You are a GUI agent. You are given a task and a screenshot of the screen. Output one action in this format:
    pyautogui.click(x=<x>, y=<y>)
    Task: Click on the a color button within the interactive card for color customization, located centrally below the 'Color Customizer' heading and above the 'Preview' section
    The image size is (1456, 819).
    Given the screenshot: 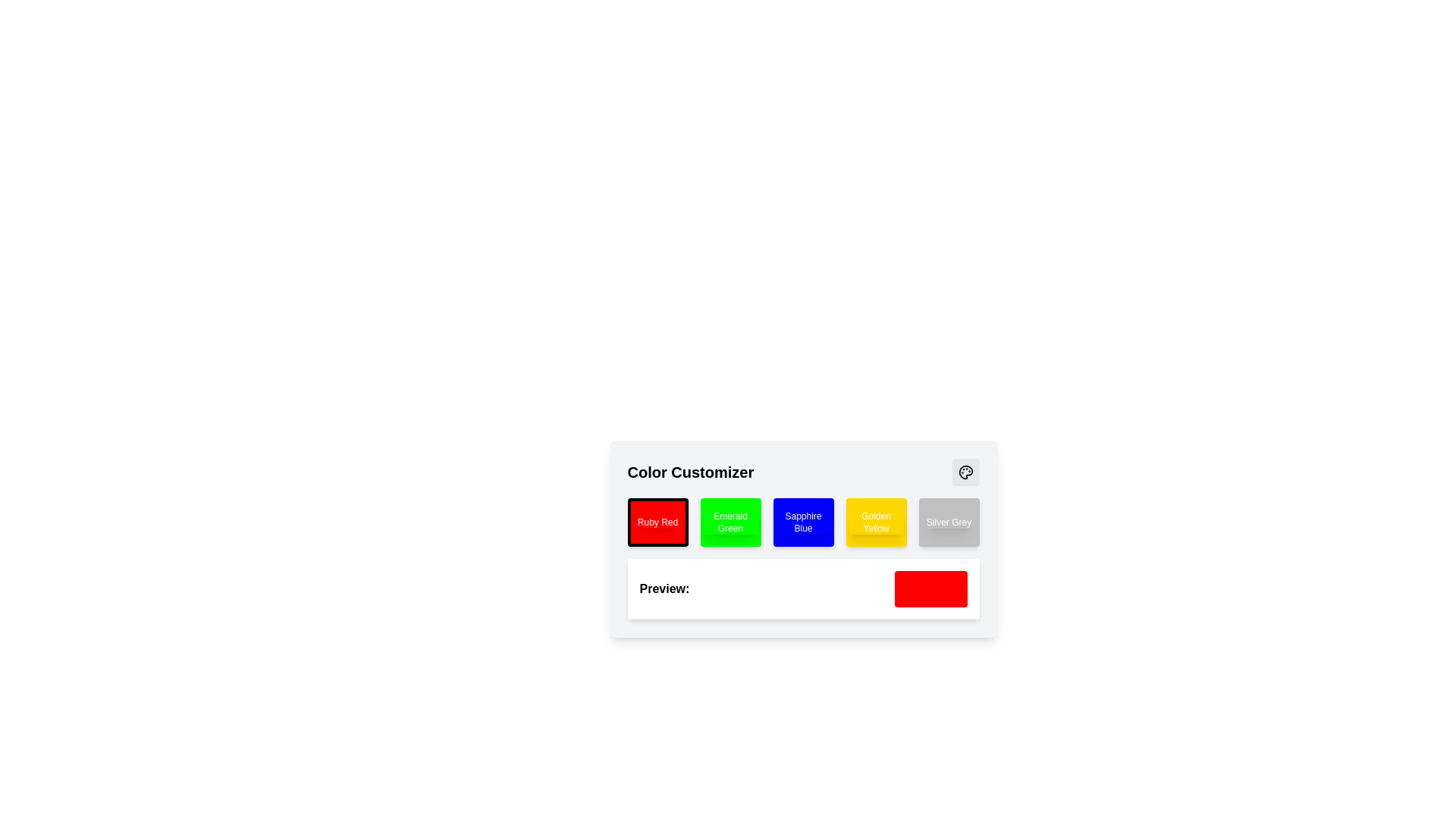 What is the action you would take?
    pyautogui.click(x=802, y=538)
    